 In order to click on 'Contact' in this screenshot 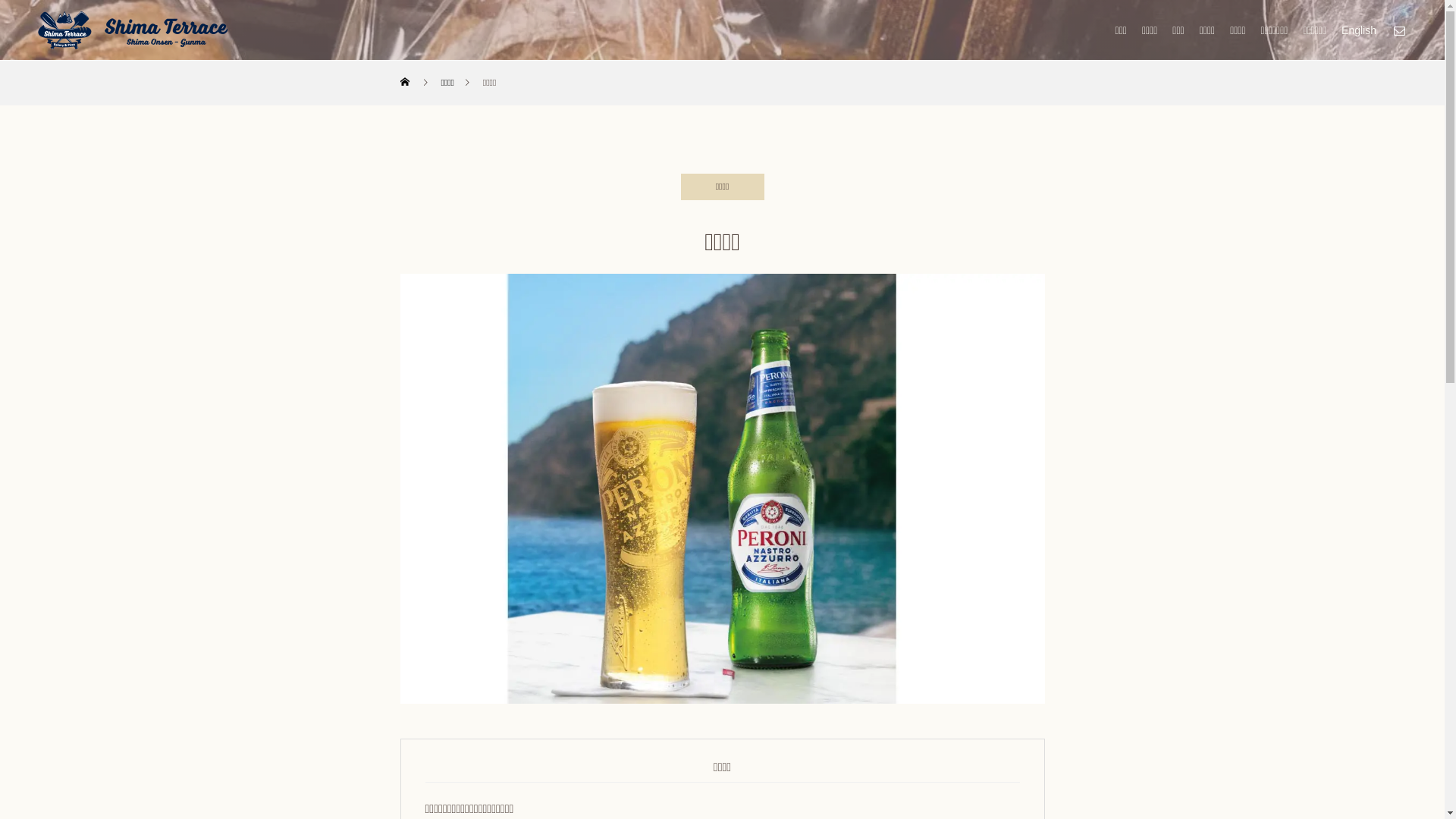, I will do `click(1398, 30)`.